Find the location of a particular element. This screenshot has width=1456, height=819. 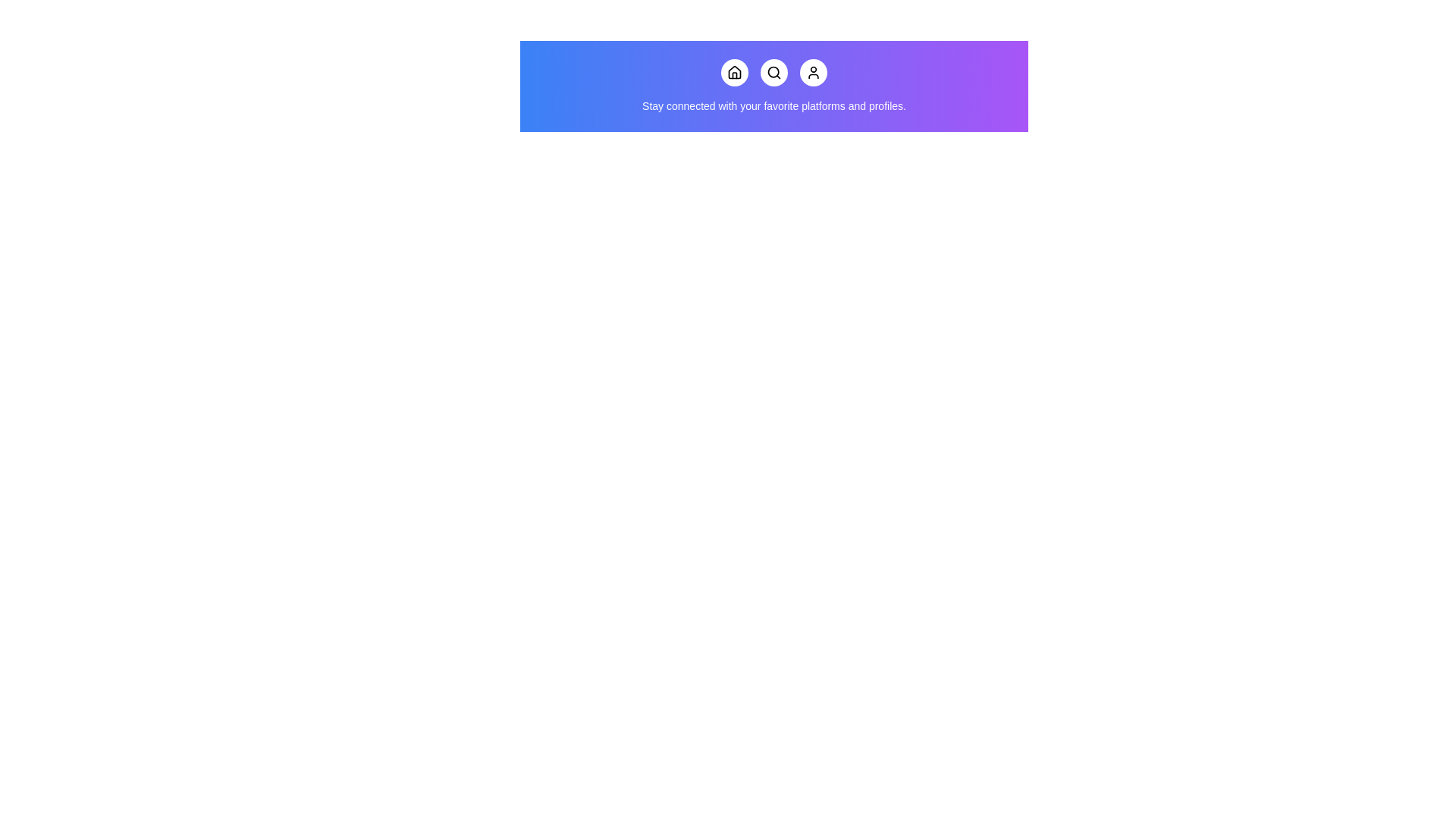

the informational static text label located below the circular icons for Home, Search, and Profile, which encourages user engagement with favorite platforms and profiles is located at coordinates (774, 105).